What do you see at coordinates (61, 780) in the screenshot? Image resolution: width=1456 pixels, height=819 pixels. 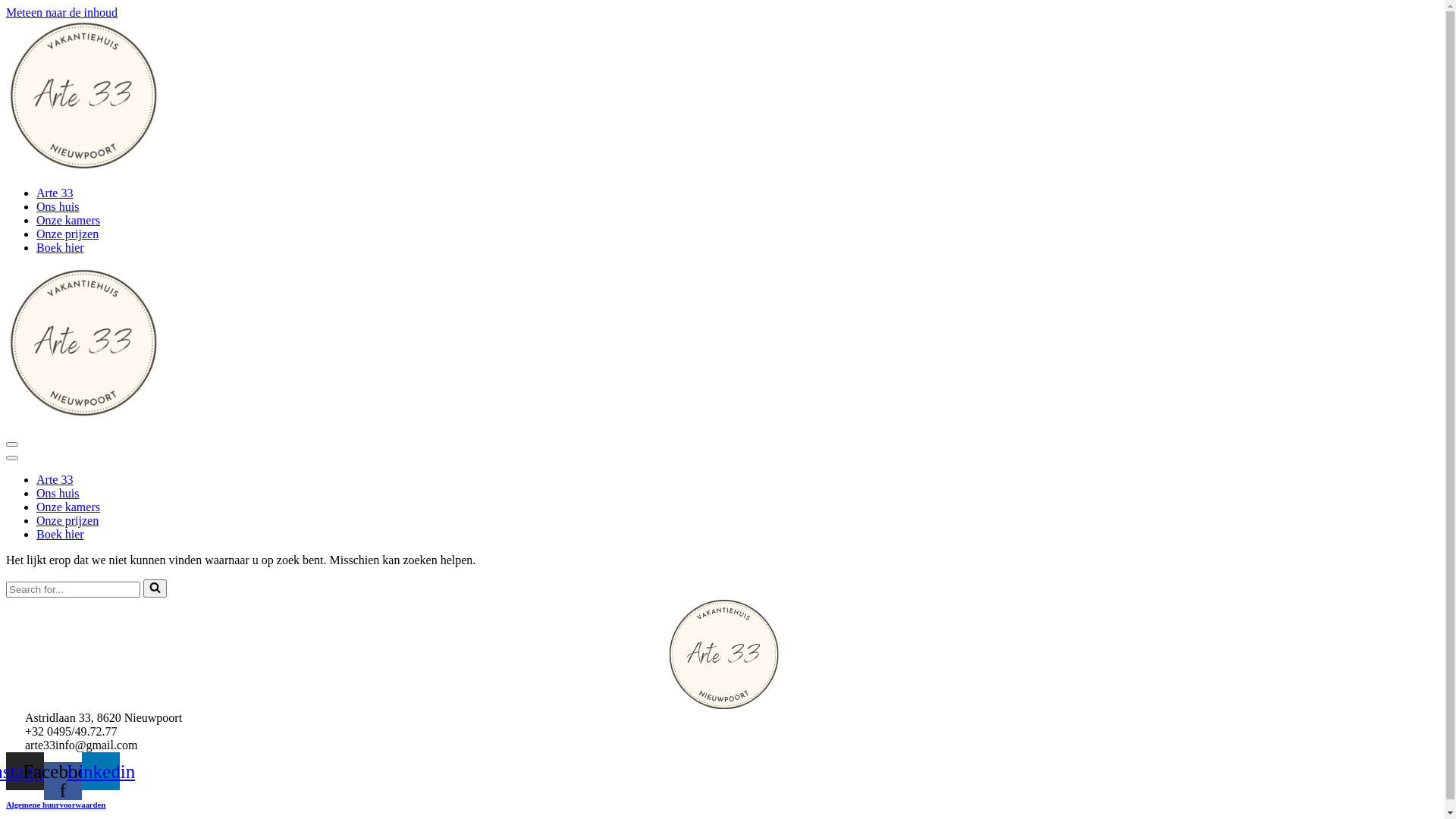 I see `'Facebook-f'` at bounding box center [61, 780].